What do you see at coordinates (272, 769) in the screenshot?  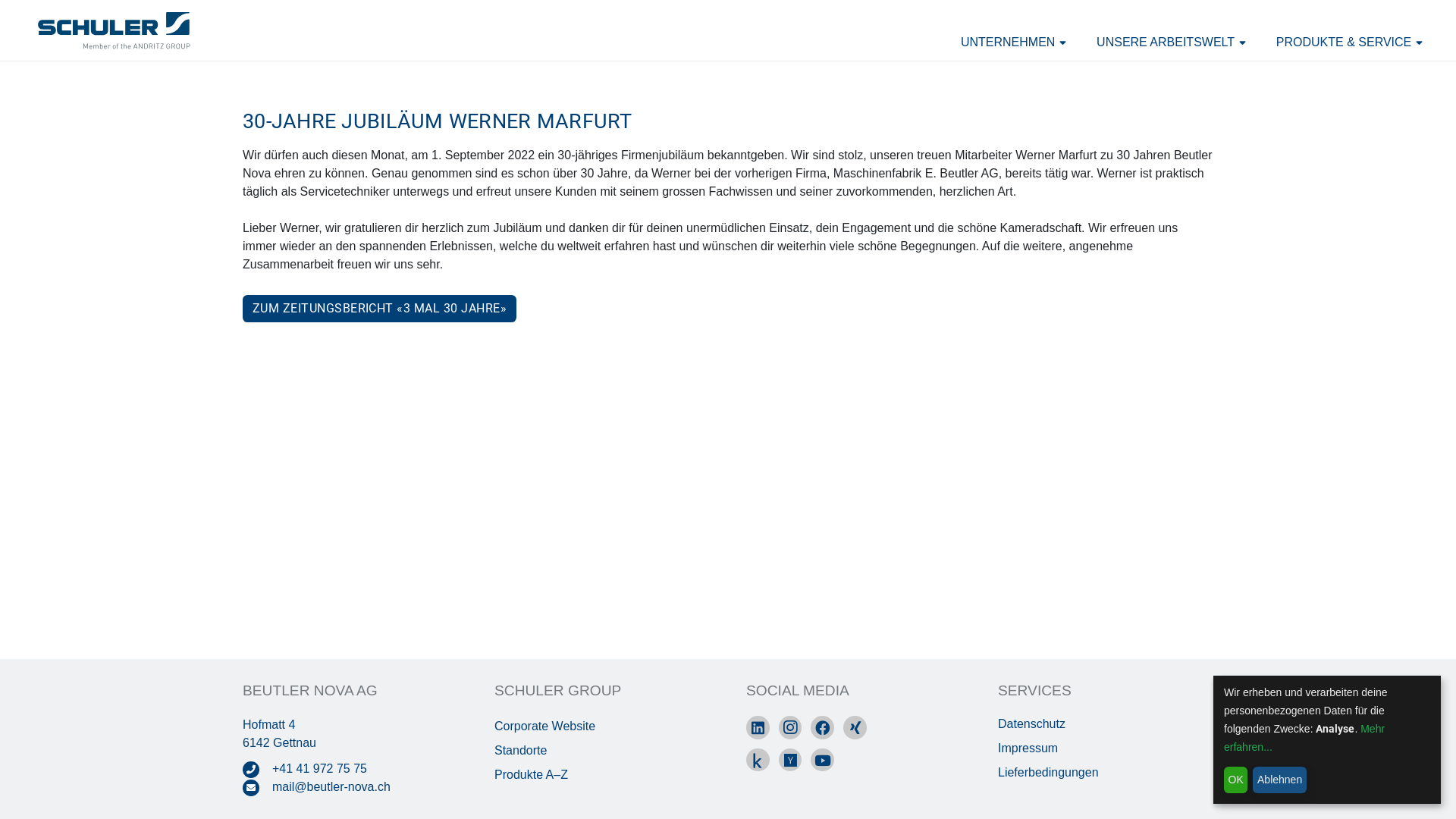 I see `'+41 41 972 75 75'` at bounding box center [272, 769].